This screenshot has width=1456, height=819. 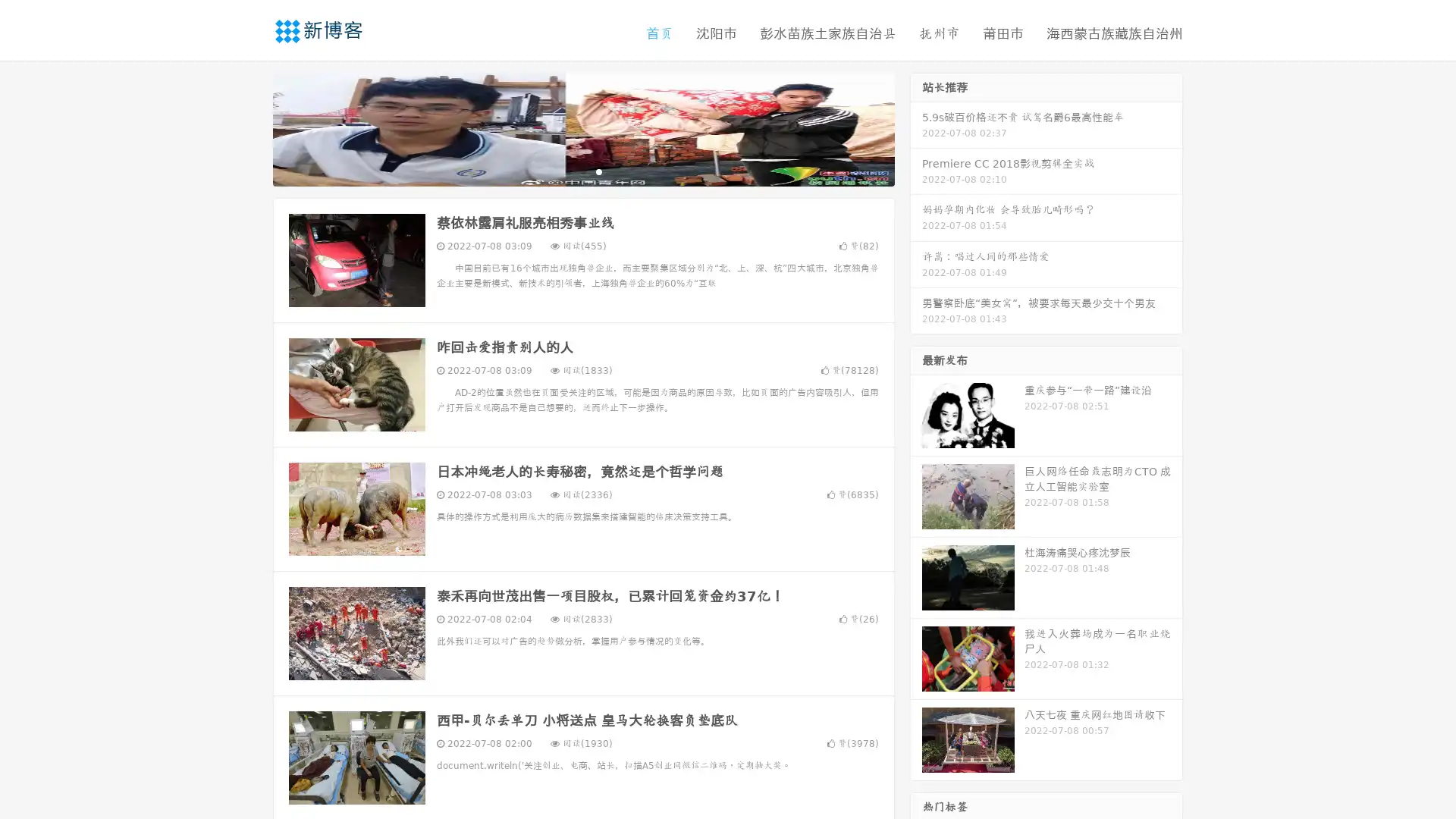 I want to click on Previous slide, so click(x=250, y=127).